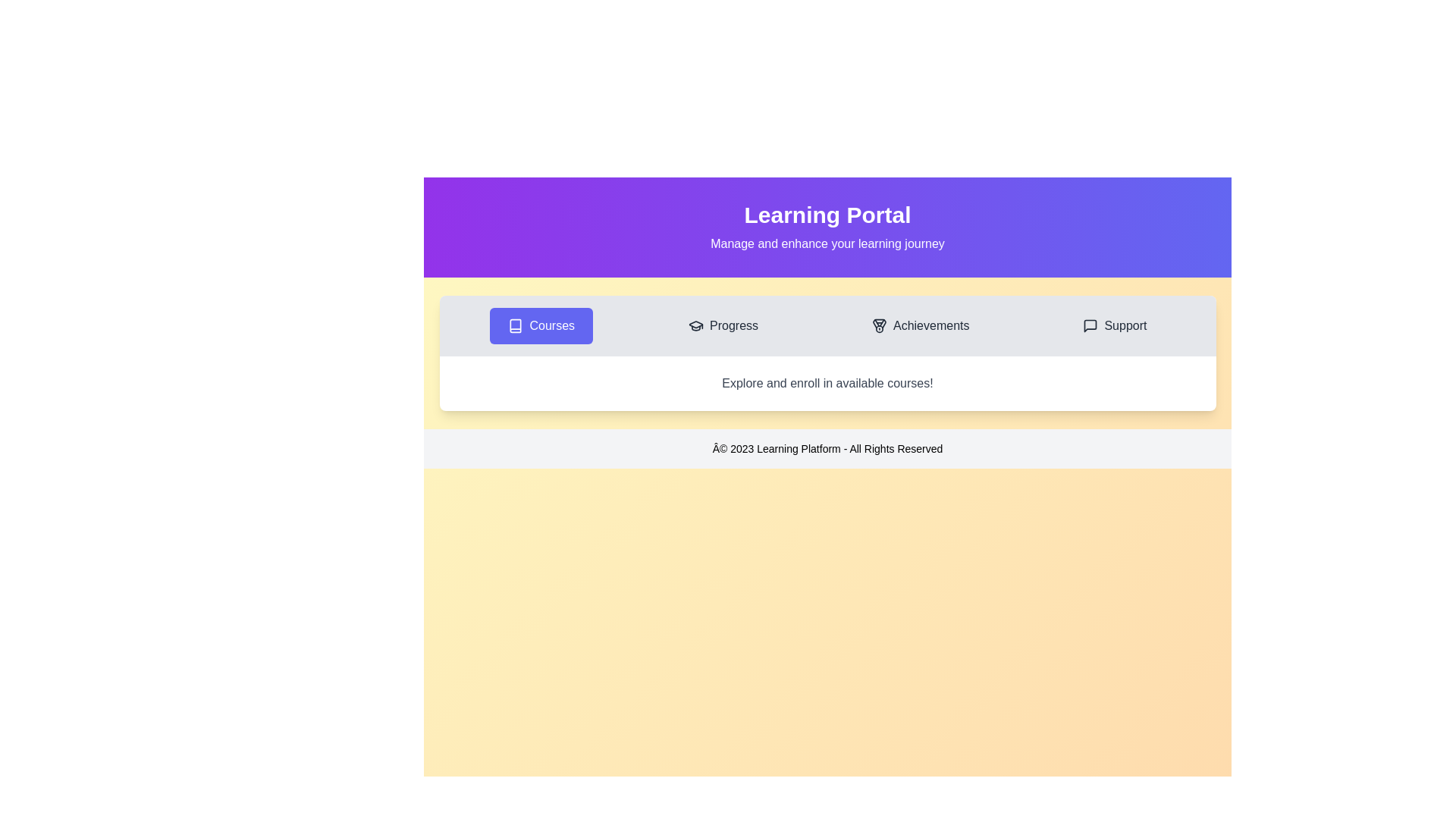  I want to click on the text label displaying 'Achievements', which is styled in dark color and positioned to the right of the medal icon within the horizontal navigation bar, so click(930, 325).